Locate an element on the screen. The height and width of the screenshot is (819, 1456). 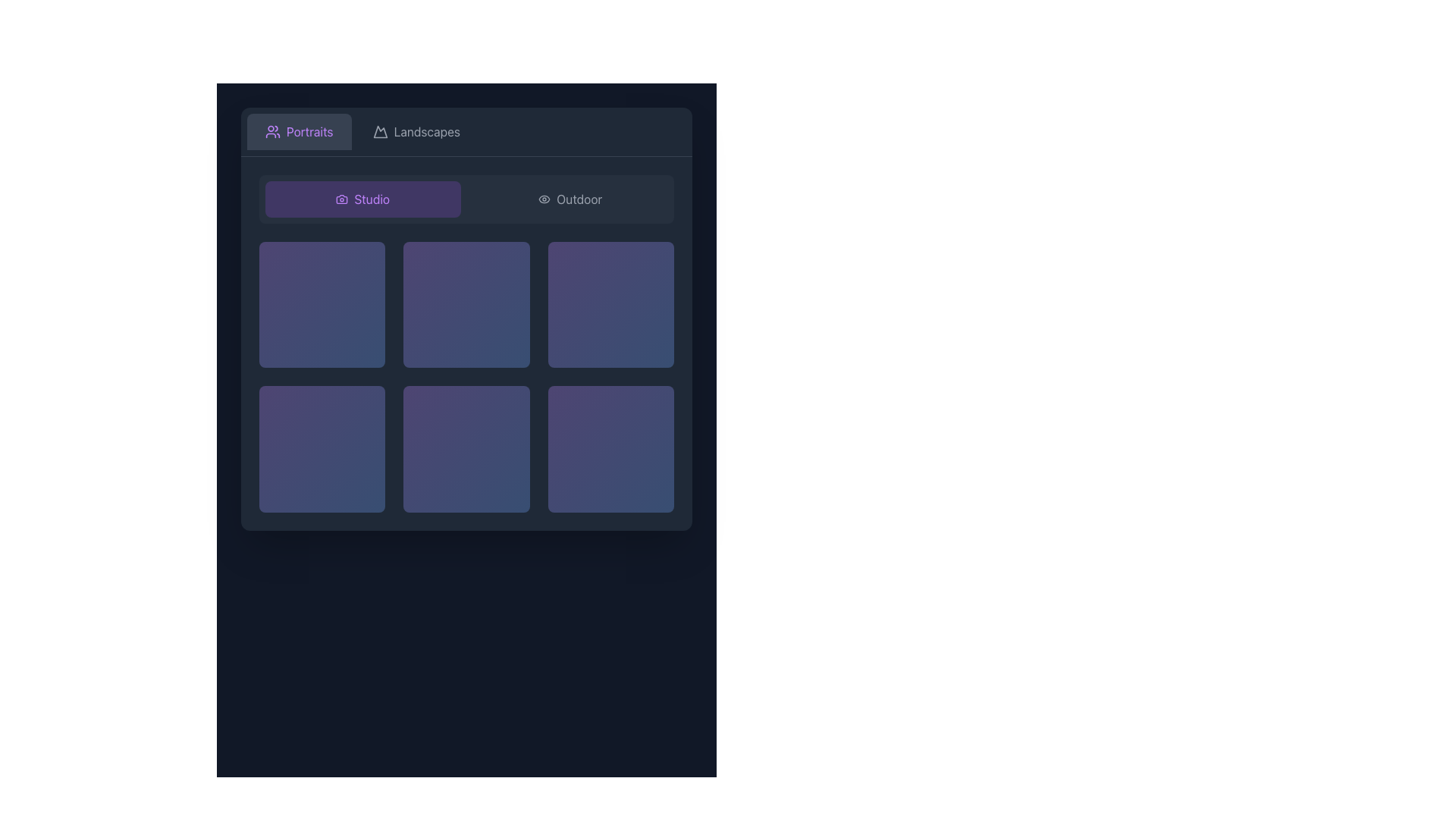
the small circular vector graphic element located in the bottom-right tile of the grid layout, which is styled with a thin stroke and no fill is located at coordinates (654, 492).